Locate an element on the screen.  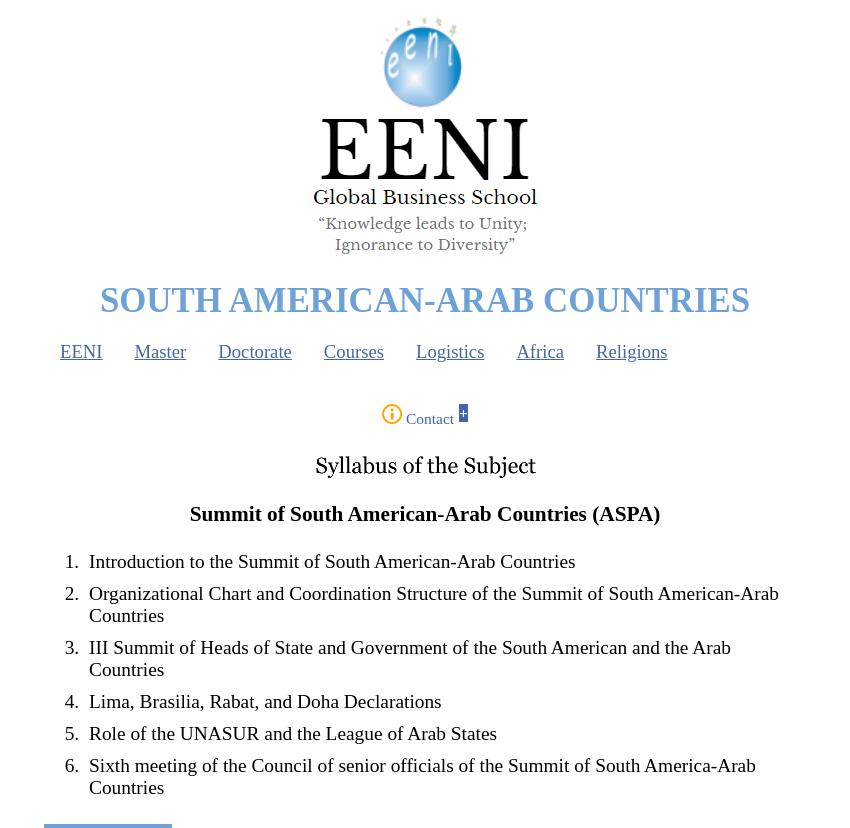
'Sixth meeting of the Council of senior officials of the Summit of South America-Arab Countries' is located at coordinates (422, 776).